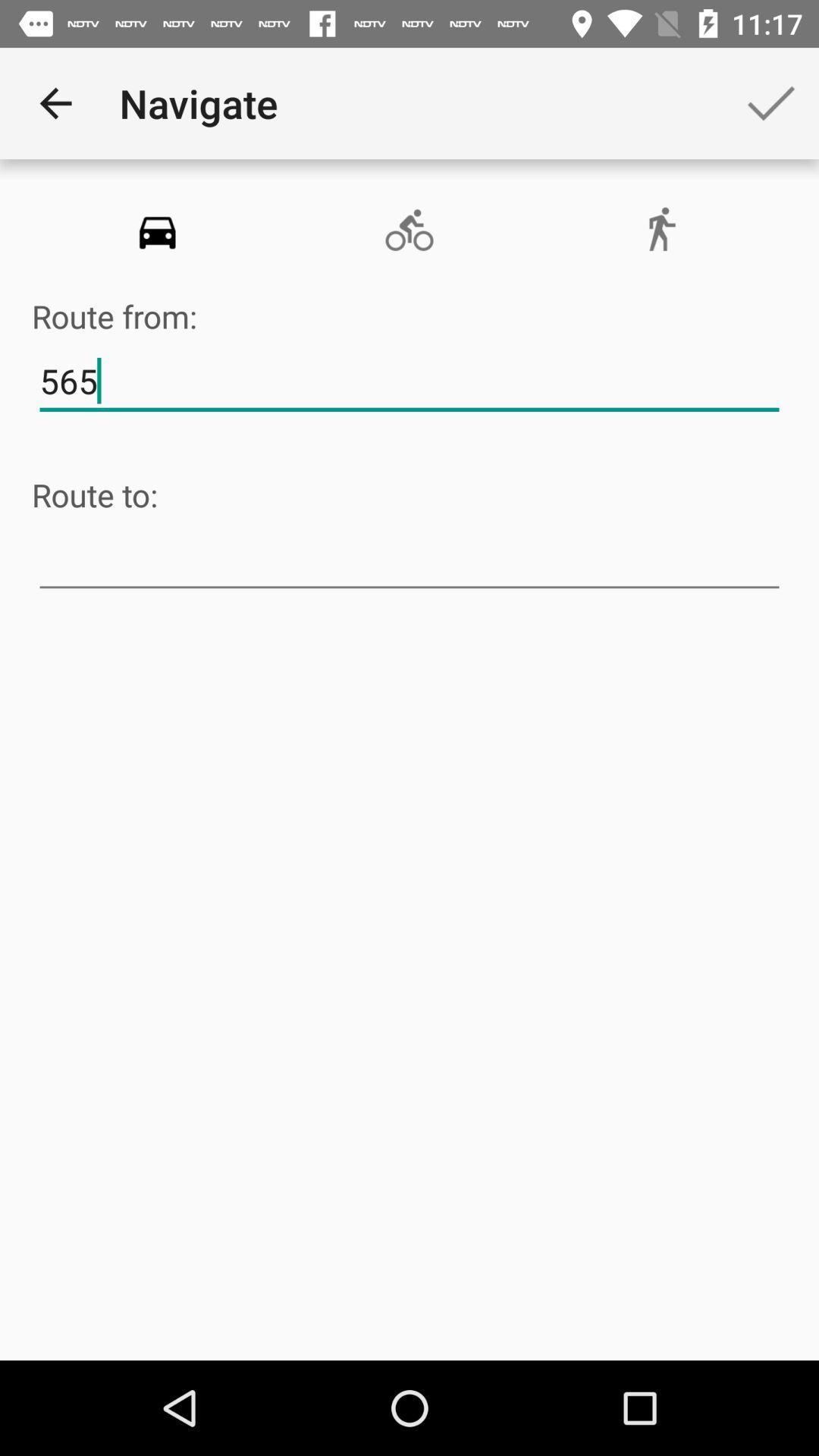  I want to click on app next to navigate, so click(55, 102).